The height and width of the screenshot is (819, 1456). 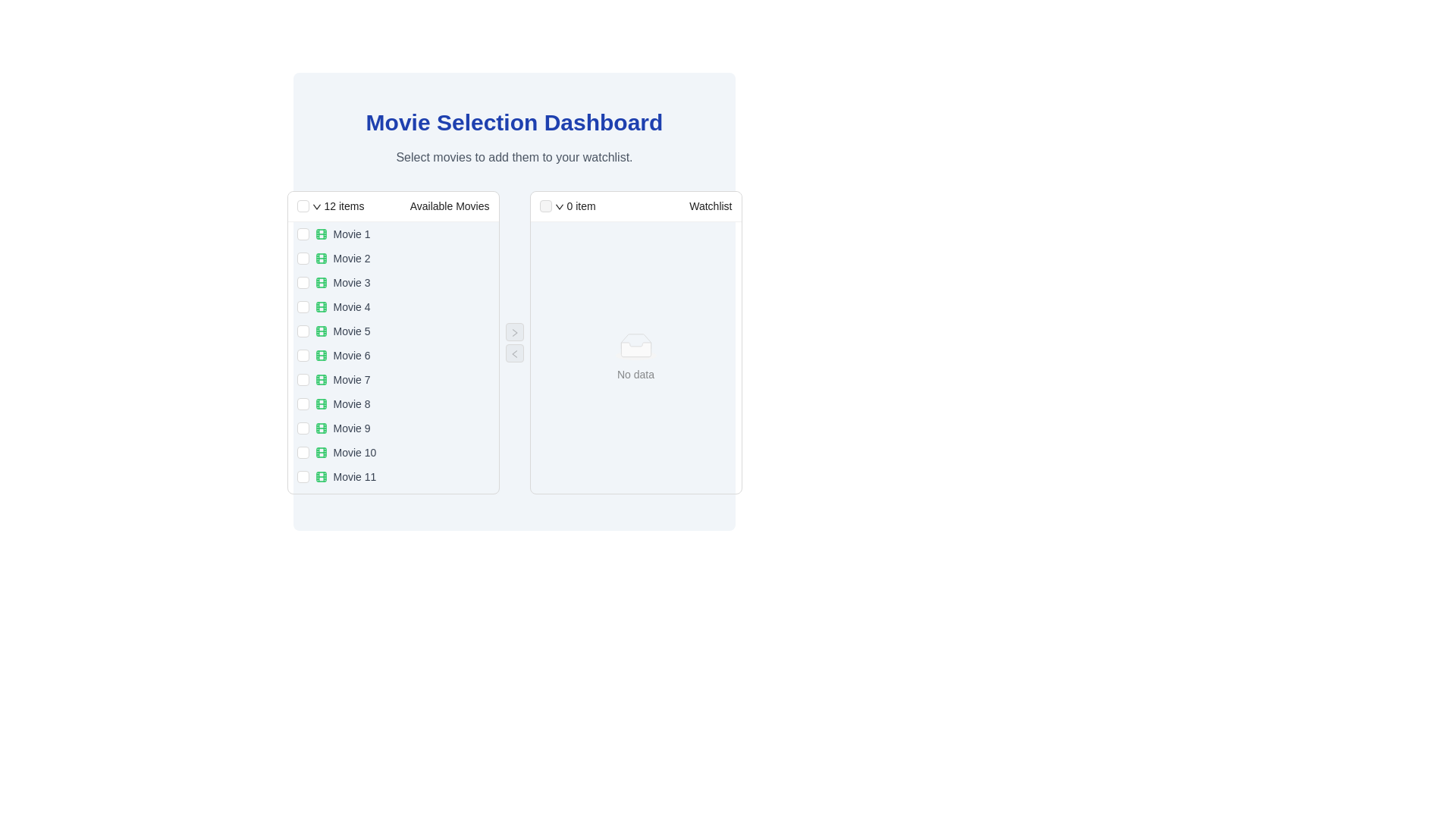 I want to click on the checkbox for 'Movie 5' in the 'Available Movies' list, so click(x=303, y=330).